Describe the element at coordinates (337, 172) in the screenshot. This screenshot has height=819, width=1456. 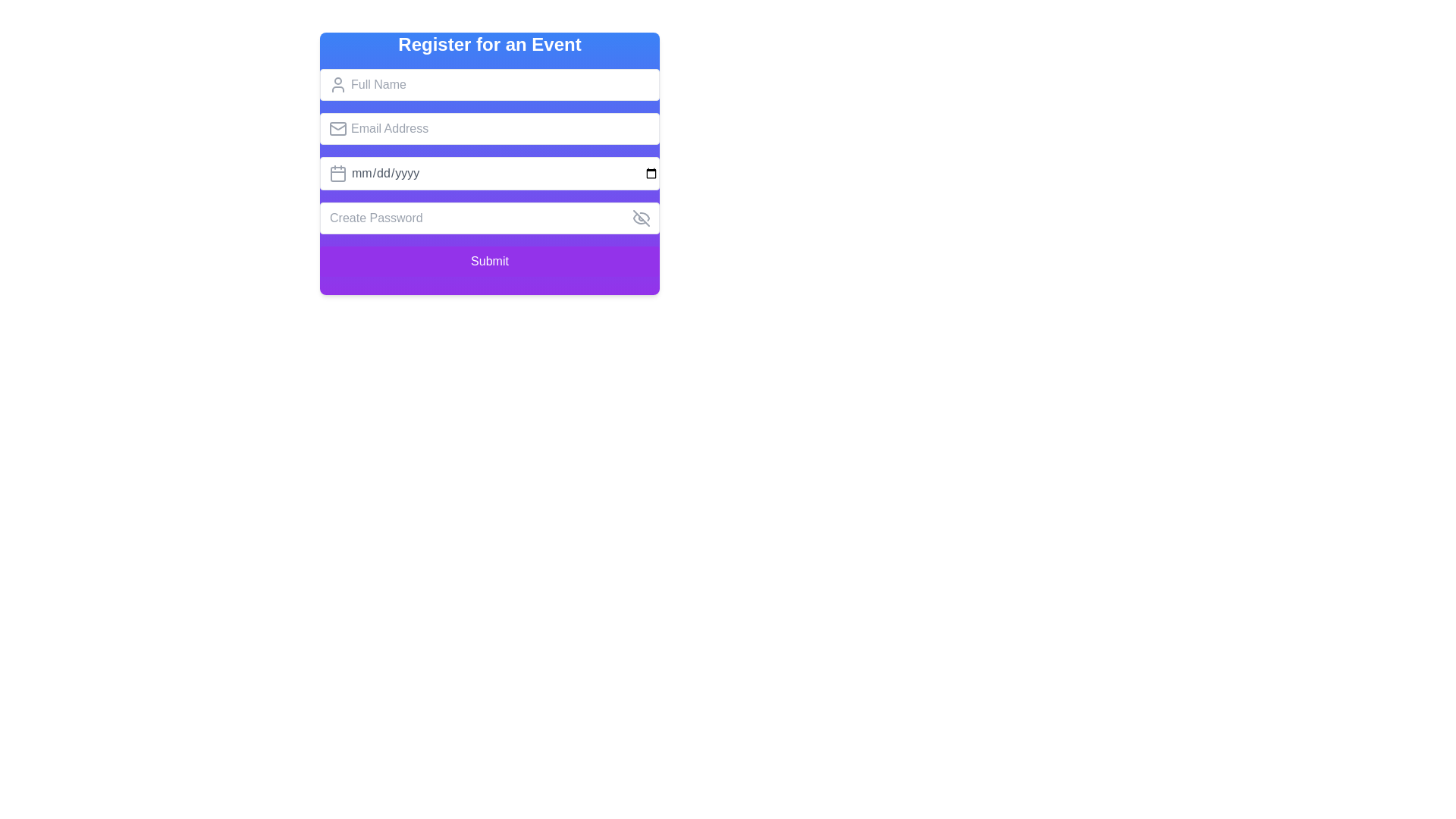
I see `the date selection icon located to the left of the date input field in the third row of the registration form under the 'Email Address' field` at that location.